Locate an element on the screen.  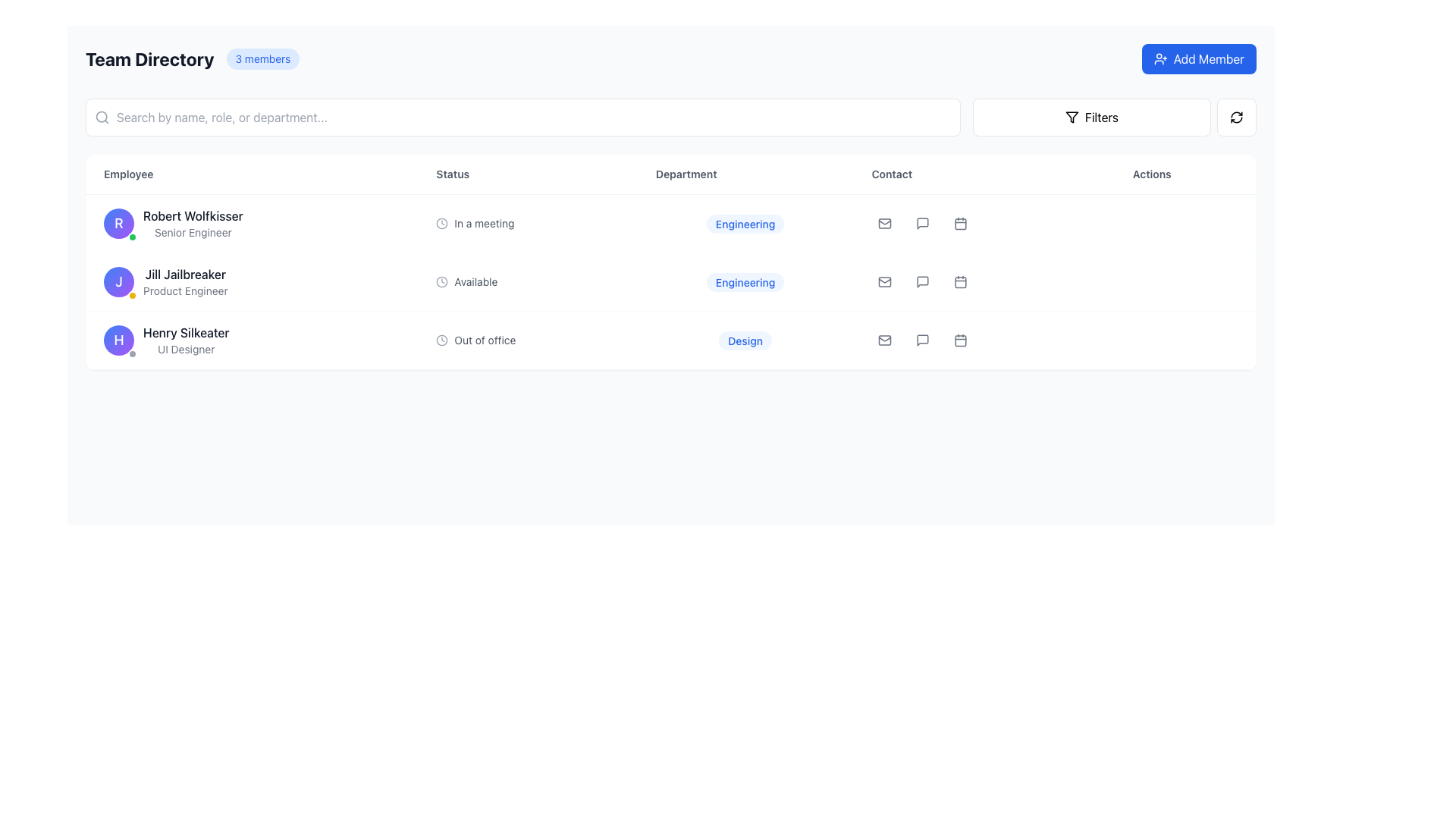
text label indicating the user's name and job title located in the second row of the 'Employee' column within the table format, adjacent to the 'Status', 'Department', 'Contact', and 'Actions' sections is located at coordinates (184, 281).